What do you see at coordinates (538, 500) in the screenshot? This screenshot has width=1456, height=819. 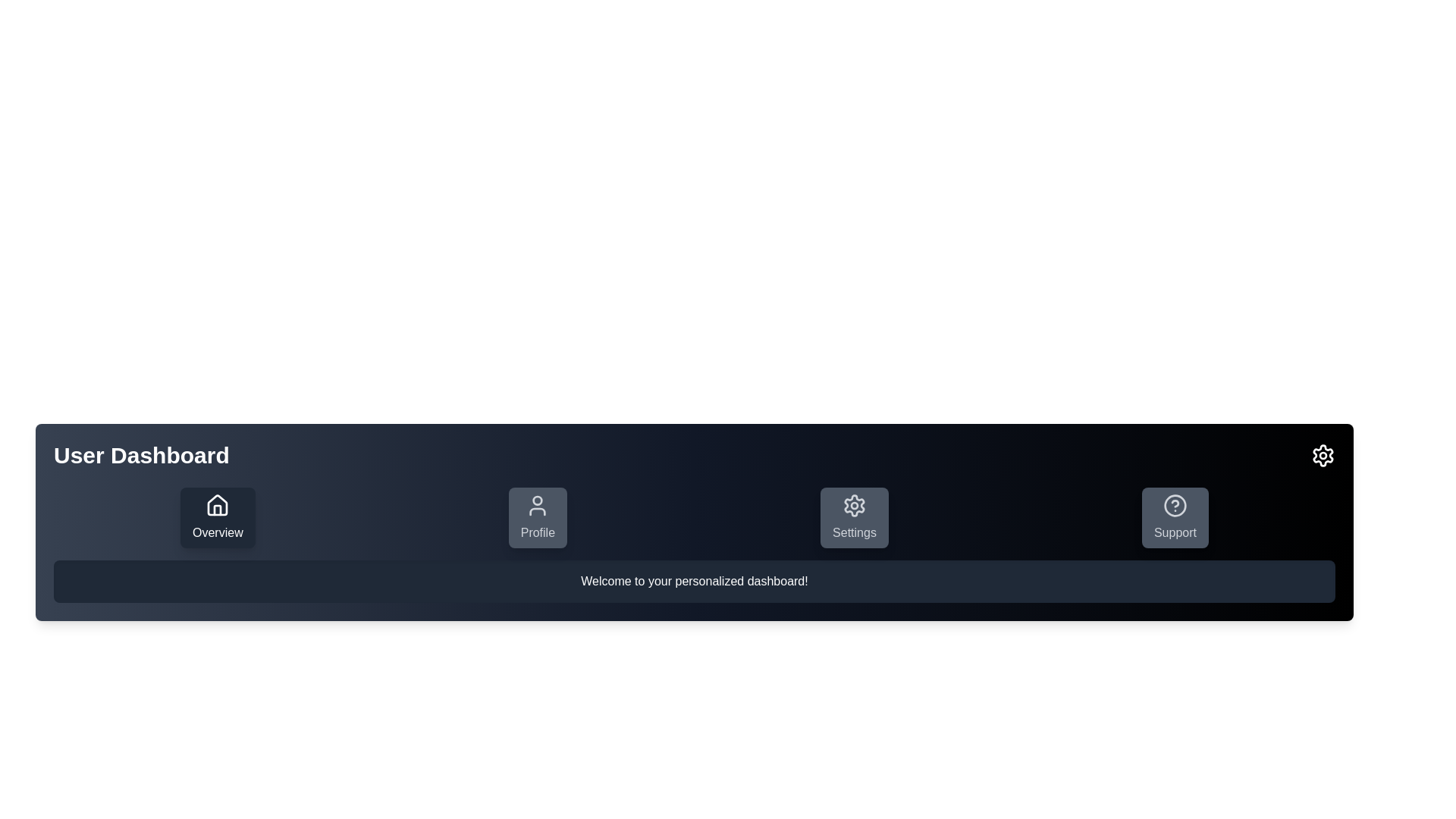 I see `the decorative circle representing the head of the user in the user profile icon located in the second item of the navigation bar` at bounding box center [538, 500].